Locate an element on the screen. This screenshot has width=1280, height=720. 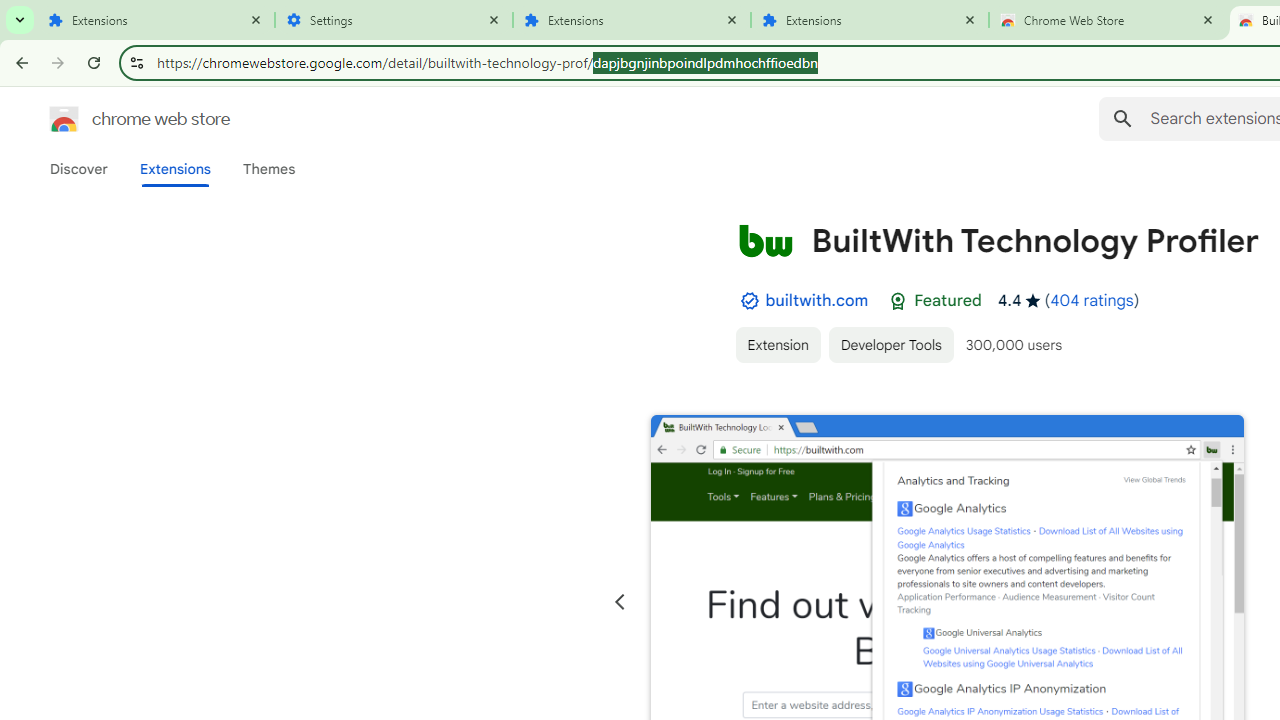
'Item logo image for BuiltWith Technology Profiler' is located at coordinates (764, 239).